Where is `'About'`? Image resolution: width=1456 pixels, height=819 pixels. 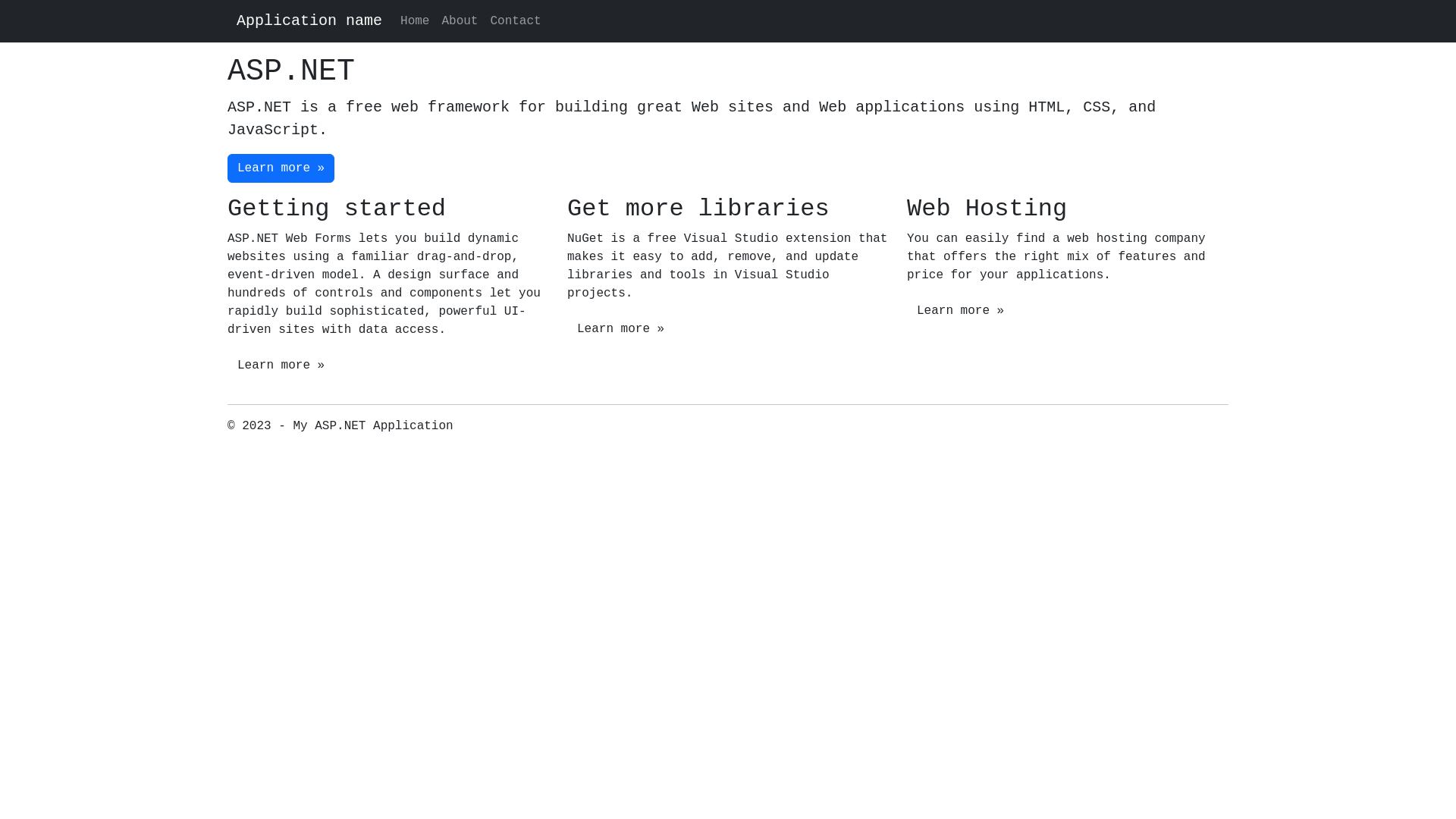
'About' is located at coordinates (458, 20).